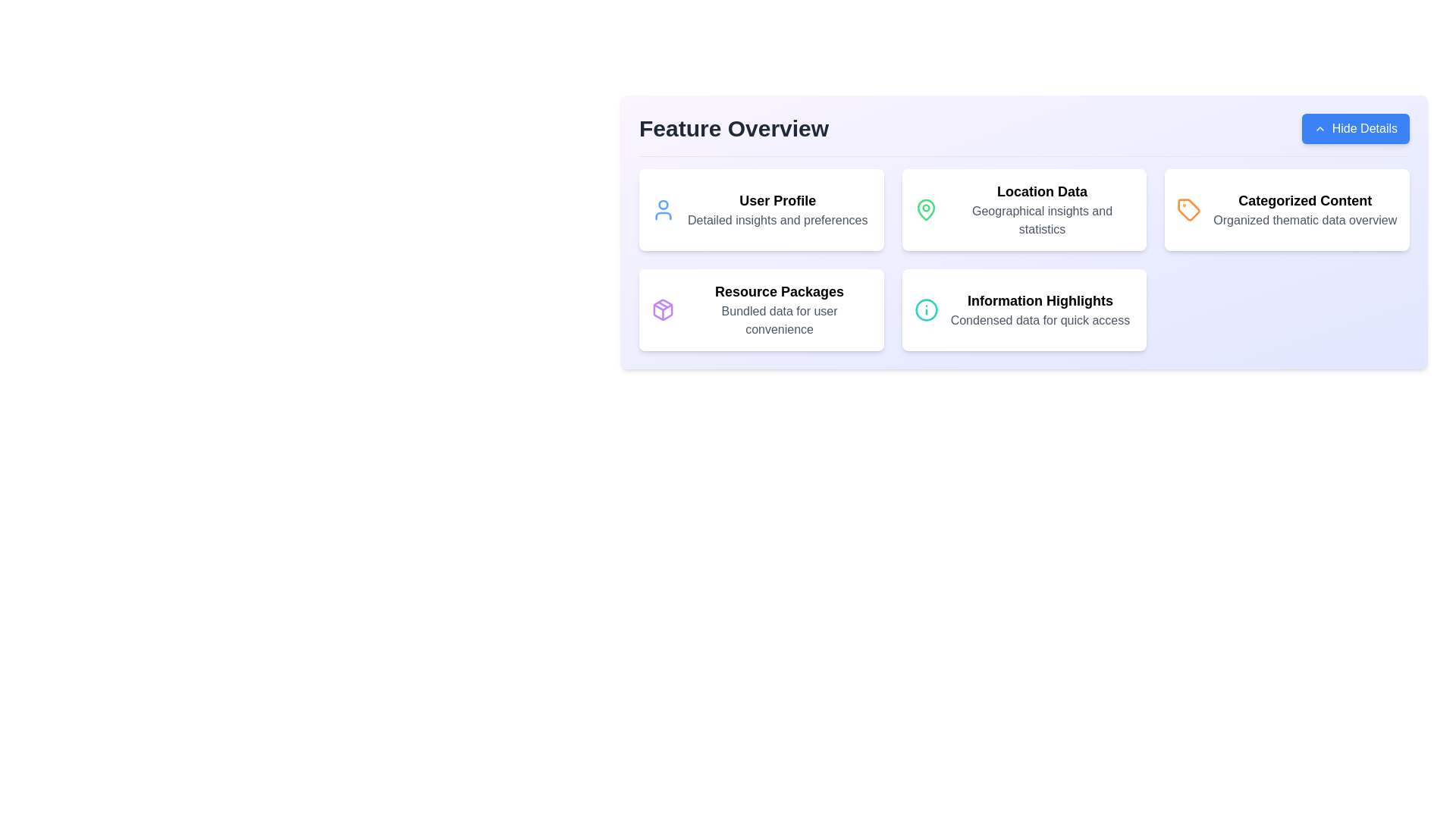 This screenshot has height=819, width=1456. Describe the element at coordinates (663, 309) in the screenshot. I see `the illustrative cube-like icon outlined in purple within the 'Resource Packages' card located in the bottom-left corner of the feature overview section` at that location.